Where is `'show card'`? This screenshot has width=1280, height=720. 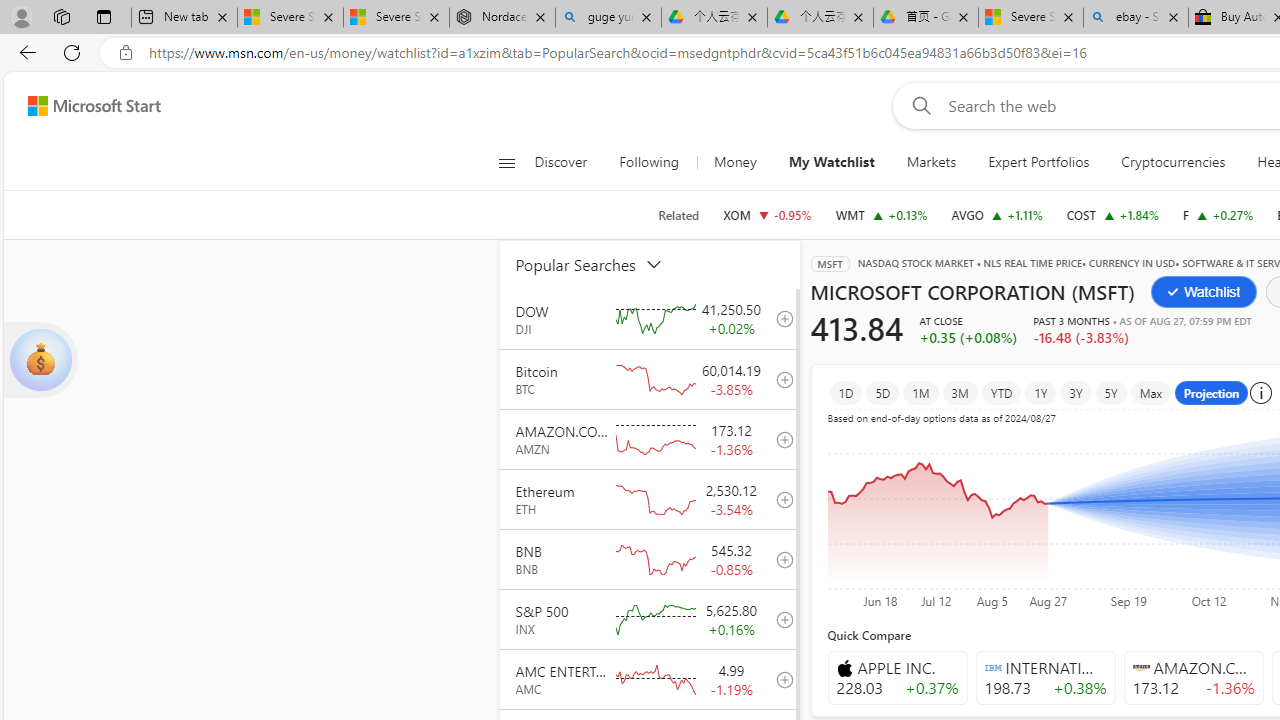
'show card' is located at coordinates (40, 360).